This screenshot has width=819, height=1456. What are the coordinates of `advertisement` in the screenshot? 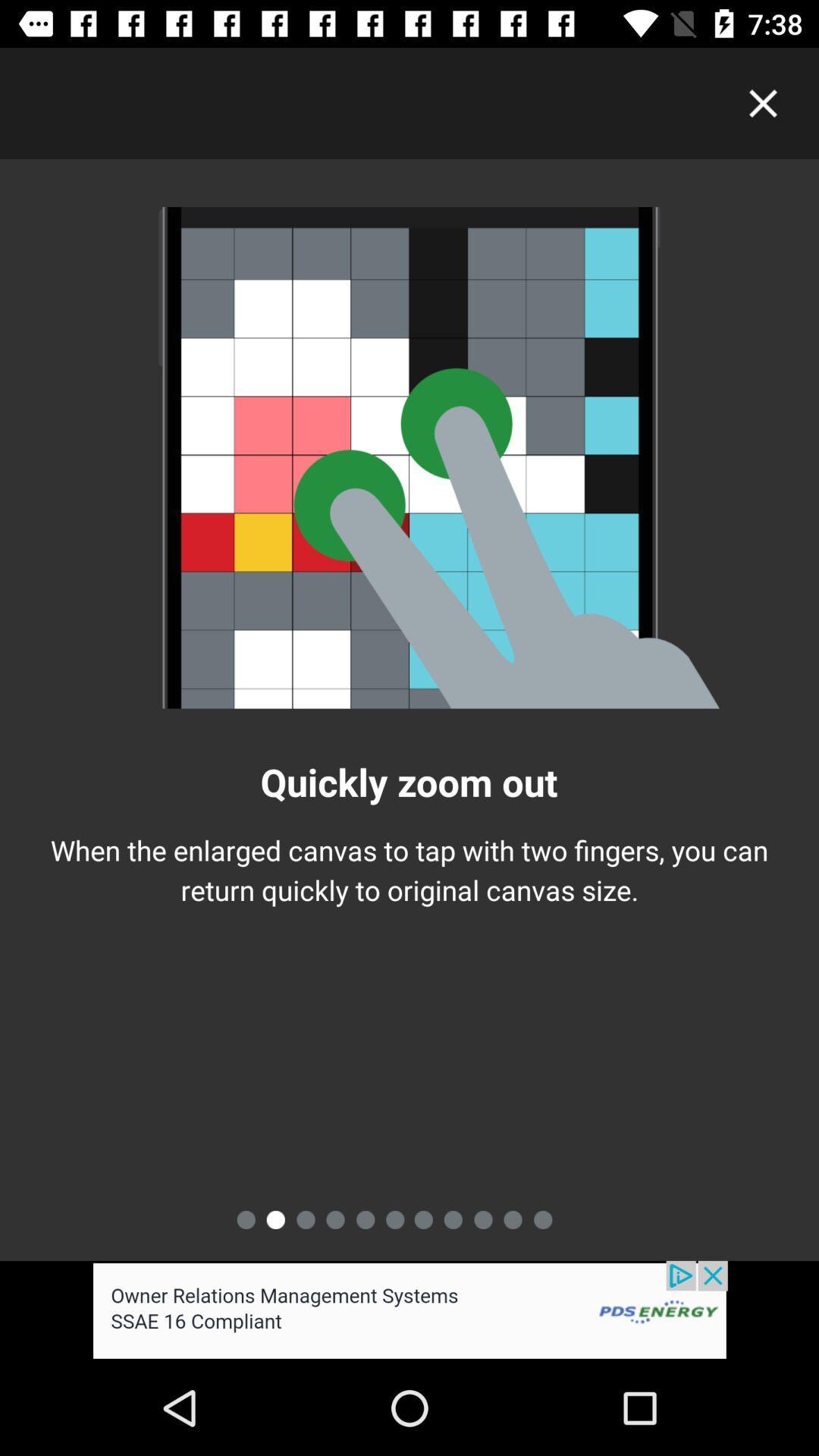 It's located at (409, 1310).